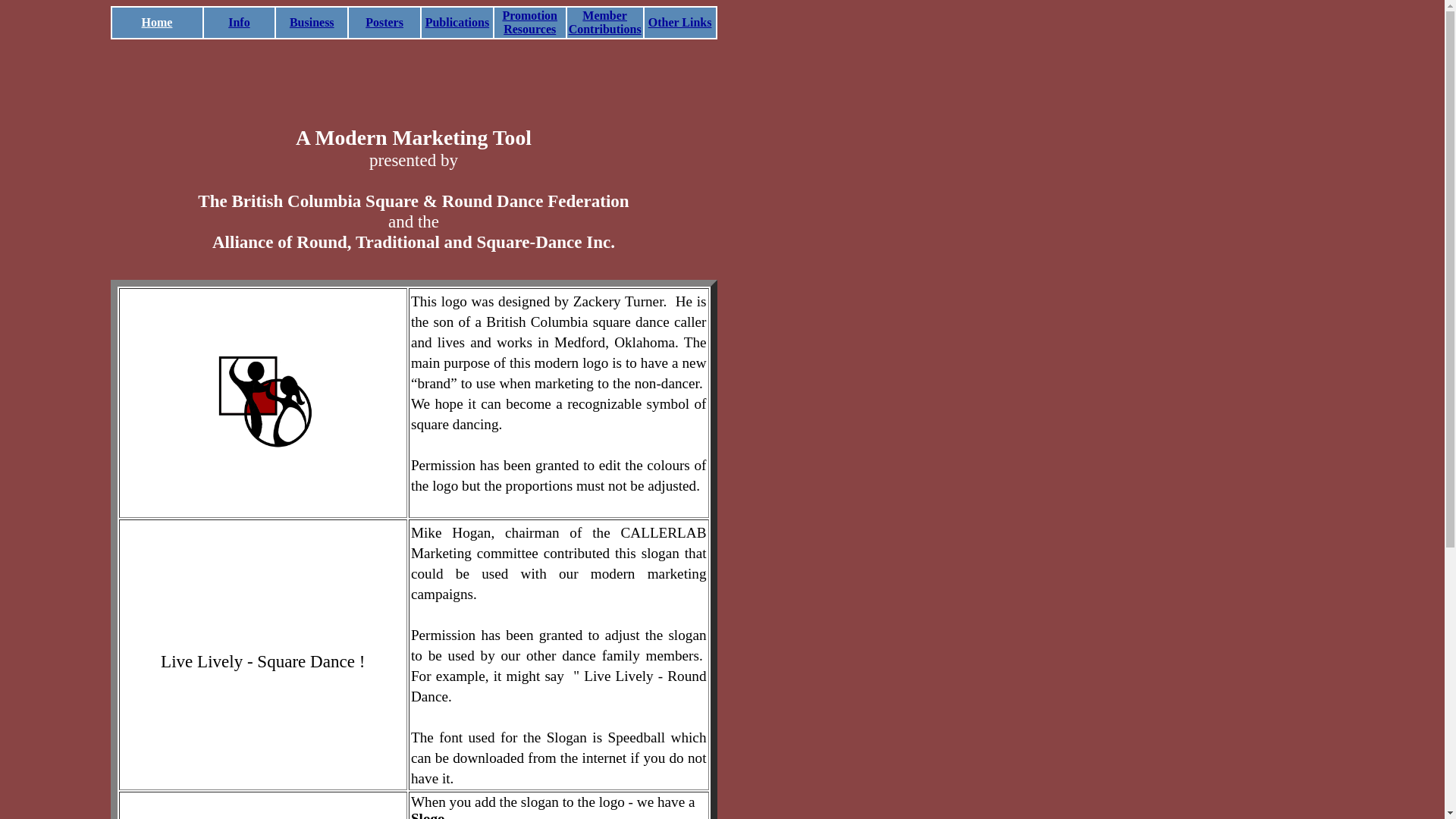 The width and height of the screenshot is (1456, 819). I want to click on 'Posters', so click(384, 22).